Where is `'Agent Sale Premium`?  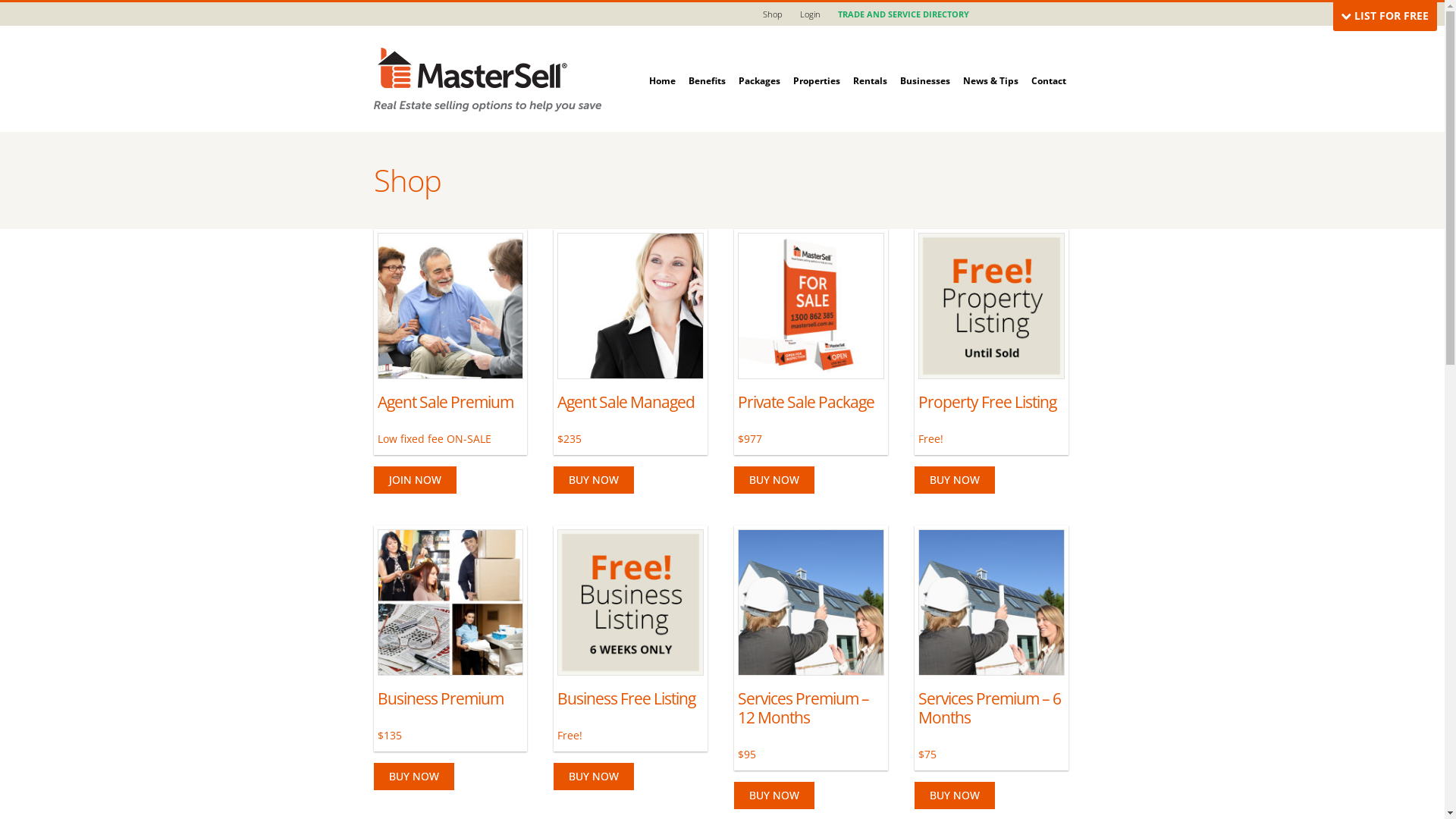
'Agent Sale Premium is located at coordinates (450, 338).